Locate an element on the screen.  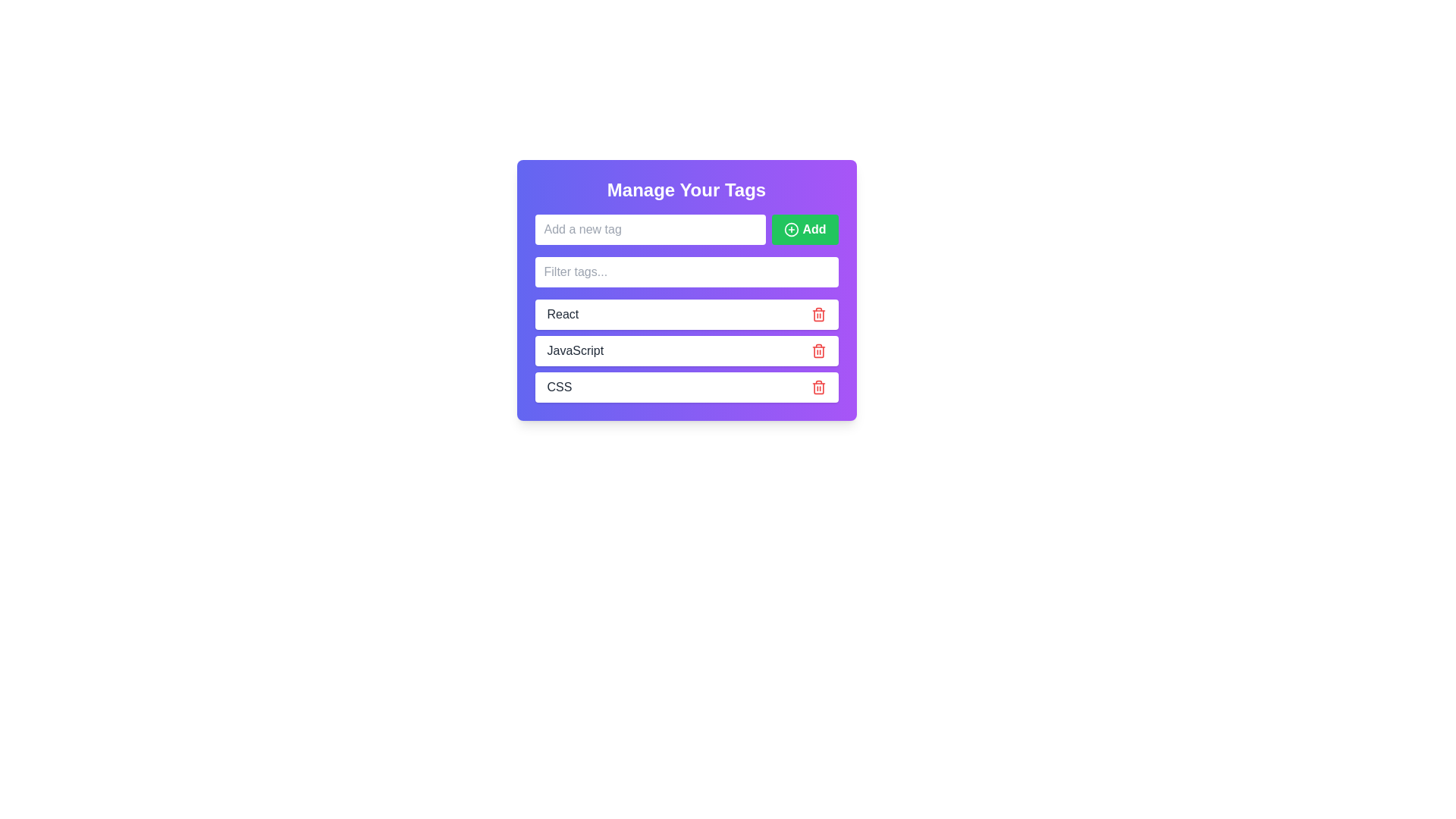
the circular 'Add' icon with a plus symbol at its center, which is enclosed by a lighter circle border, located inside the green rectangular 'Add' button is located at coordinates (791, 230).